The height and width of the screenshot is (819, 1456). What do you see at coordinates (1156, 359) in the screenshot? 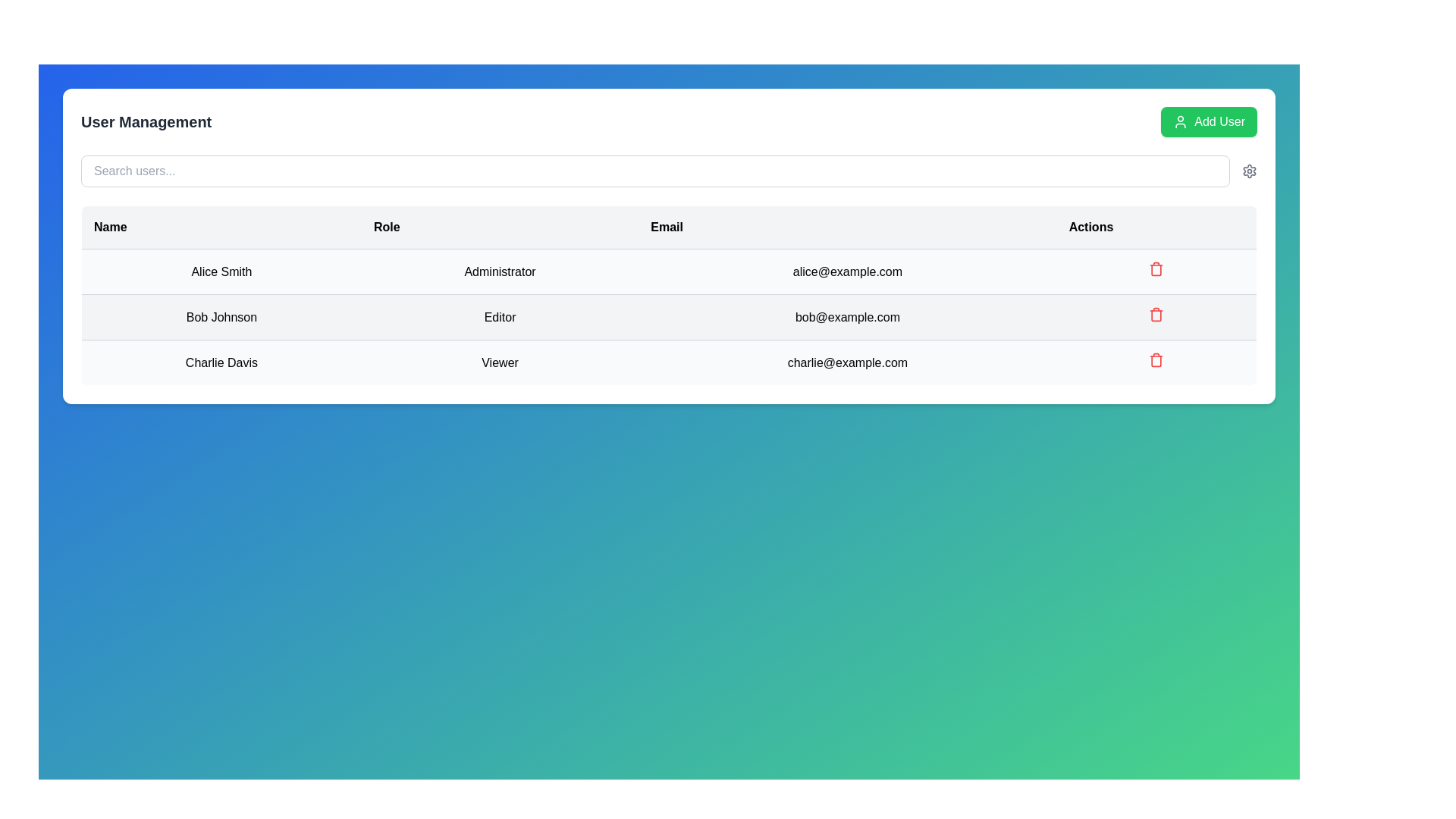
I see `the bottommost red trash bin icon in the Actions column of the user information table to initiate a delete action` at bounding box center [1156, 359].